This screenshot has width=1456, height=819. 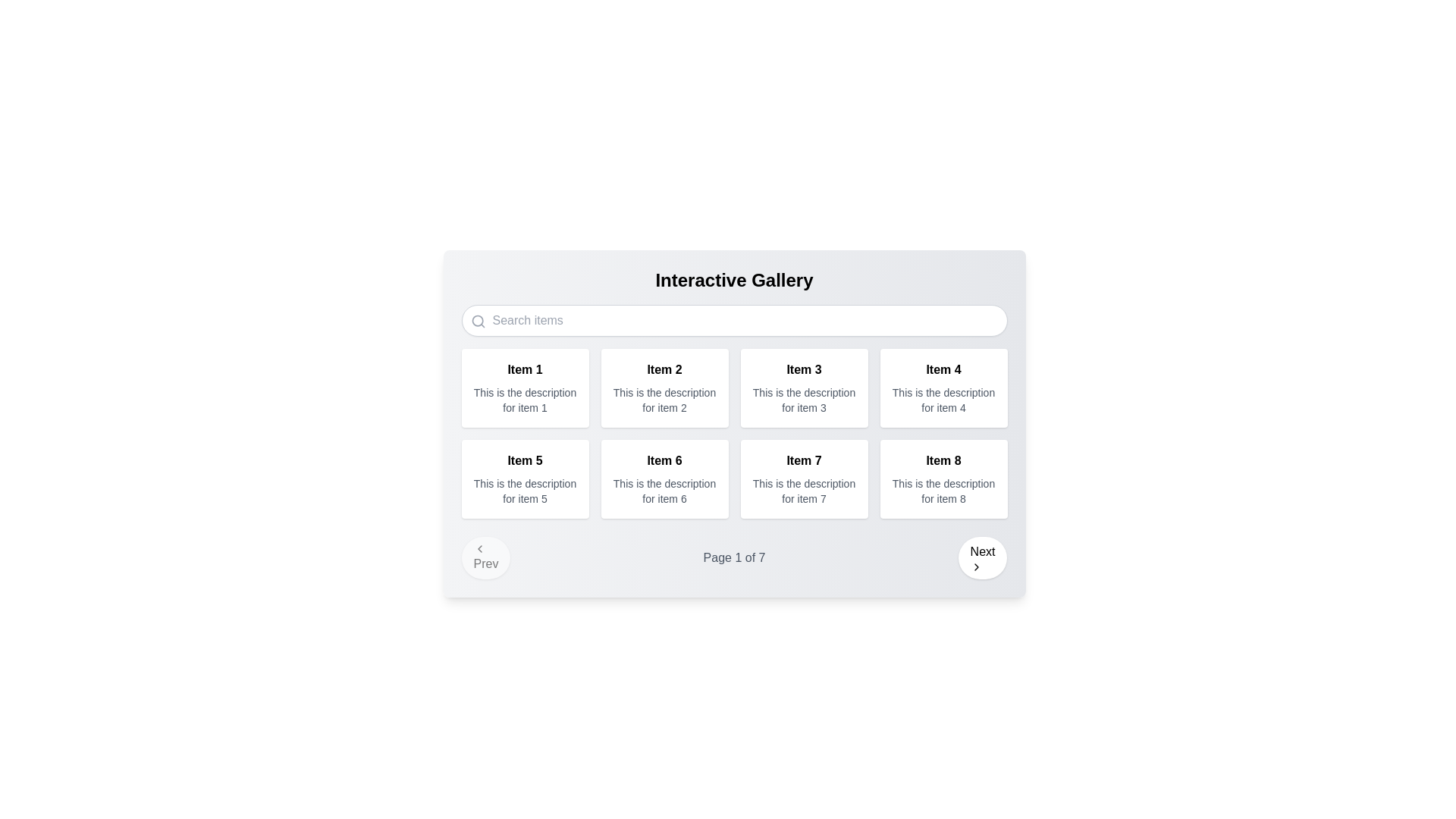 I want to click on the Static Text element that displays the current page number and total pages in the pagination system, located in the center of the navigation bar flanked by 'Prev' and 'Next' buttons, so click(x=734, y=558).